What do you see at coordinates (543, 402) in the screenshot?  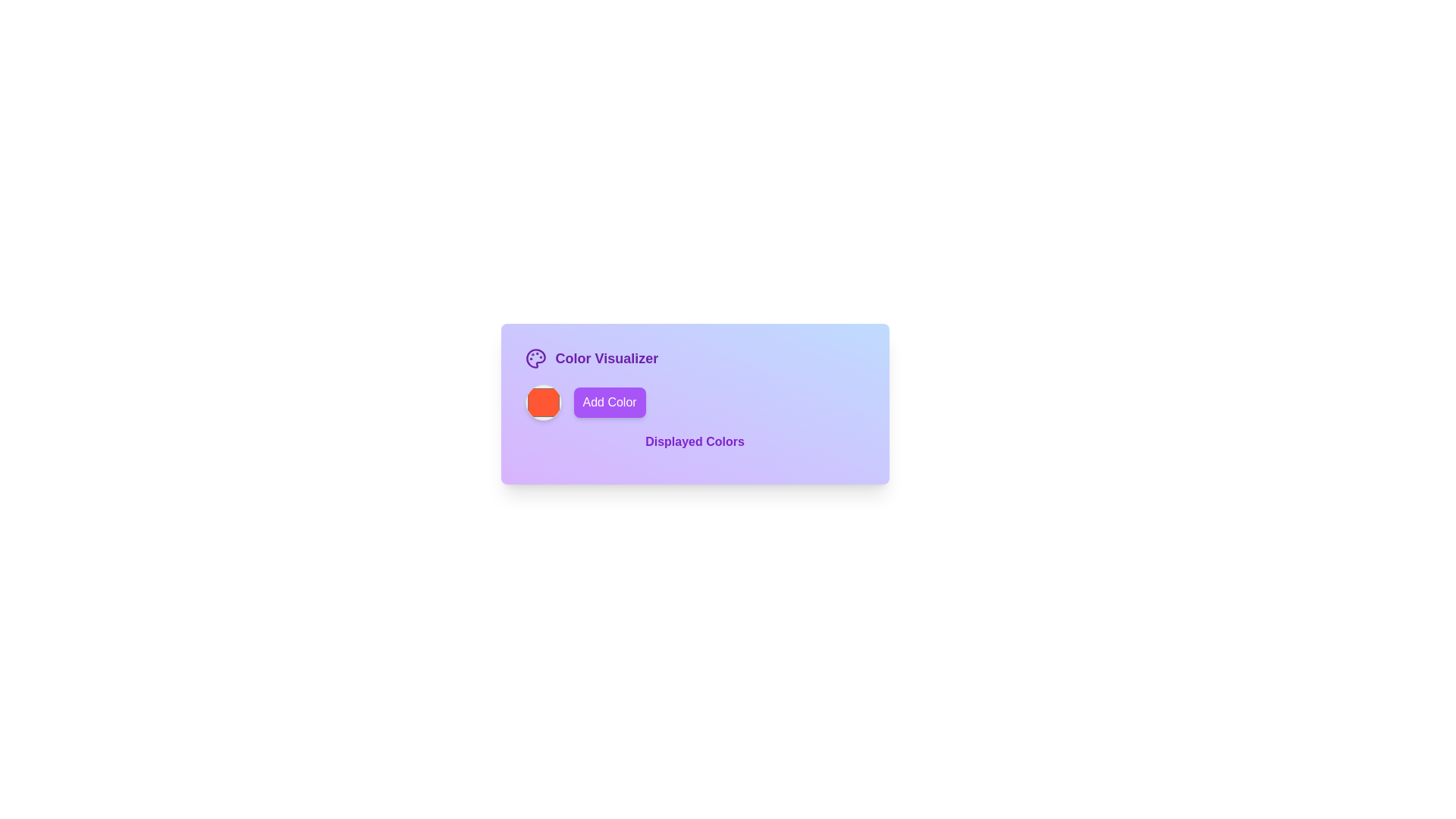 I see `the circular color sample picker, which is a distinctive orange-red circular icon bordered in gray` at bounding box center [543, 402].